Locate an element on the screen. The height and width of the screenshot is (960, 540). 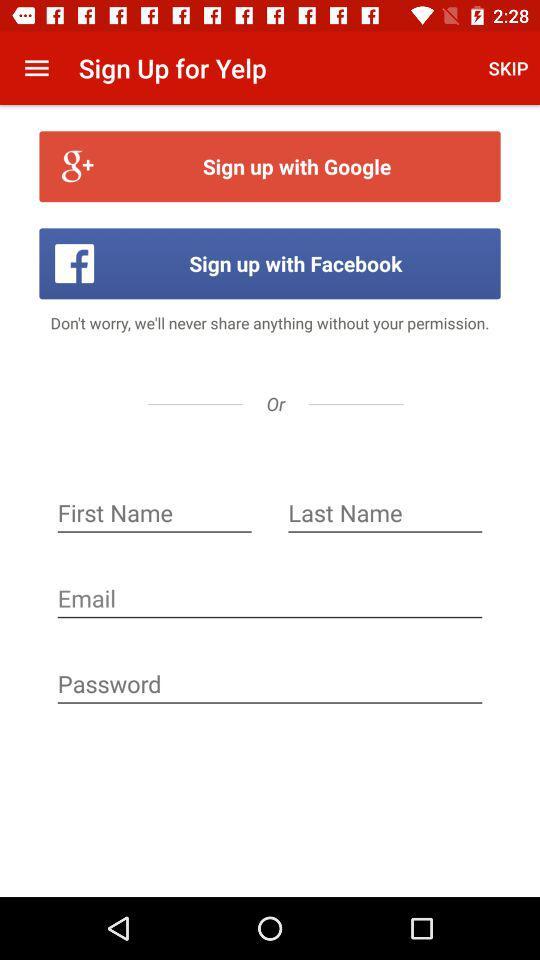
app next to sign up for icon is located at coordinates (36, 68).